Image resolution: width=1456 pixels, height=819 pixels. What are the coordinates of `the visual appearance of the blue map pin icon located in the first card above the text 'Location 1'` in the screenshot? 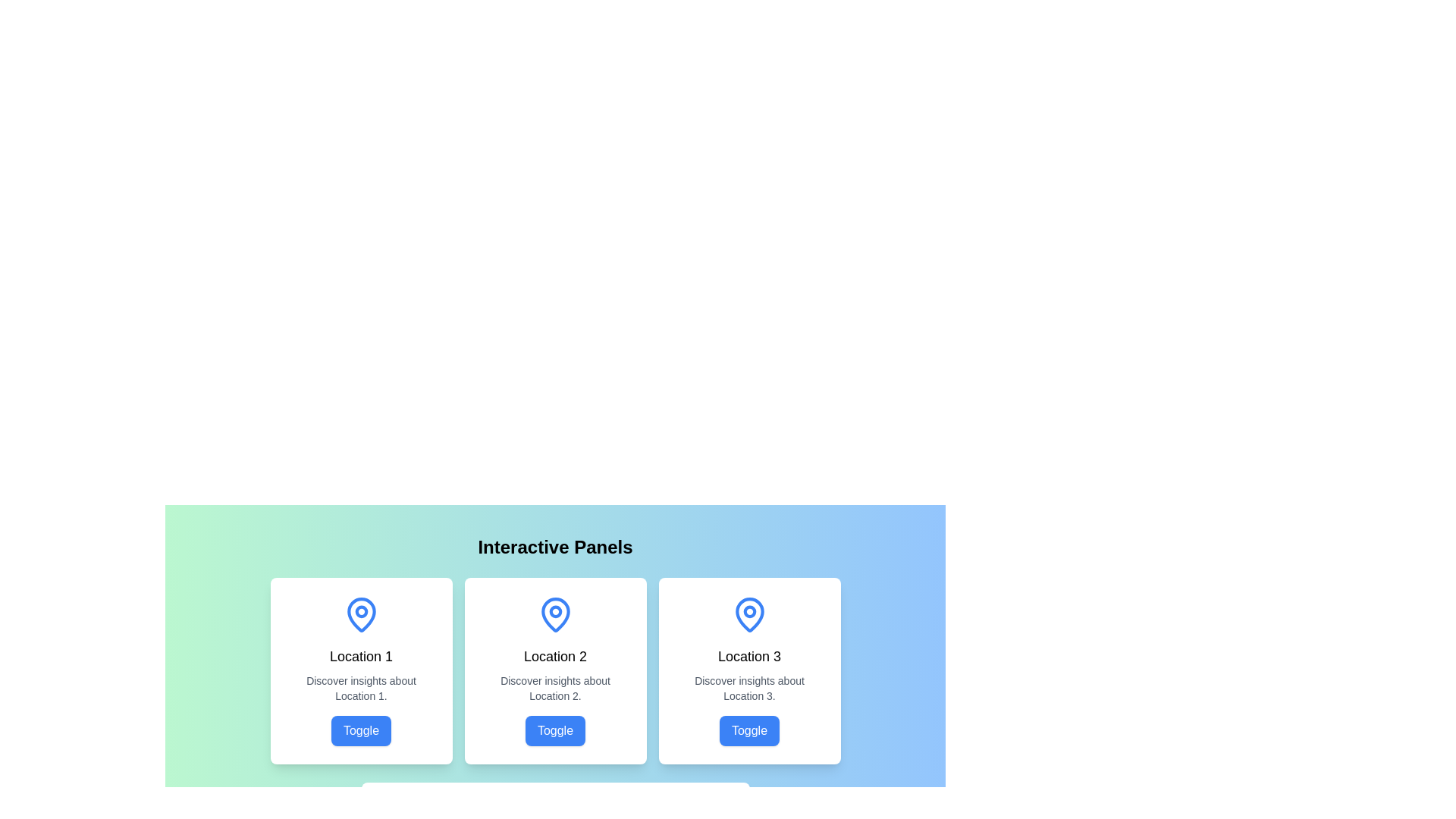 It's located at (360, 614).